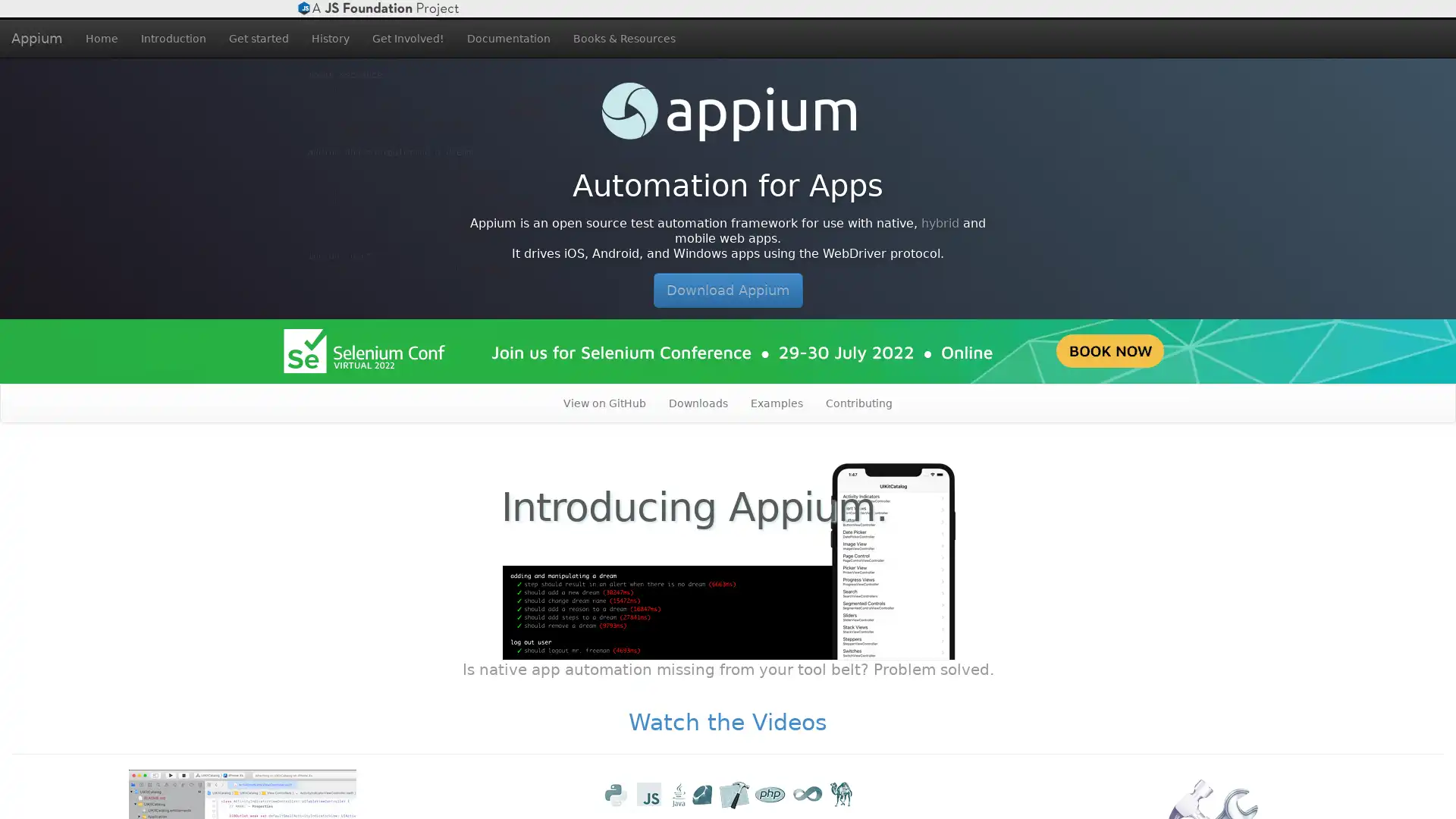 The height and width of the screenshot is (819, 1456). What do you see at coordinates (726, 290) in the screenshot?
I see `Download Appium` at bounding box center [726, 290].